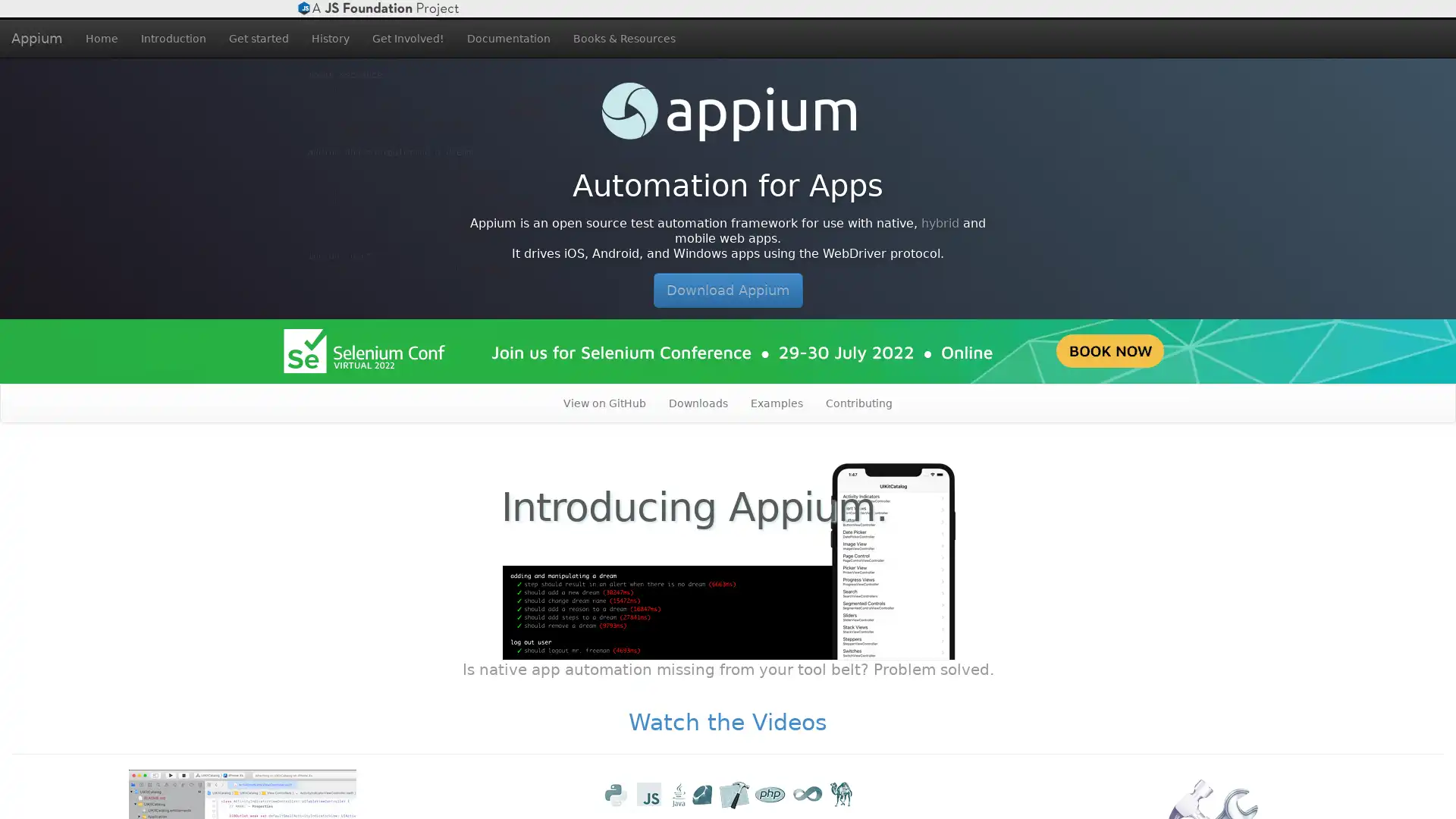 The height and width of the screenshot is (819, 1456). What do you see at coordinates (726, 290) in the screenshot?
I see `Download Appium` at bounding box center [726, 290].